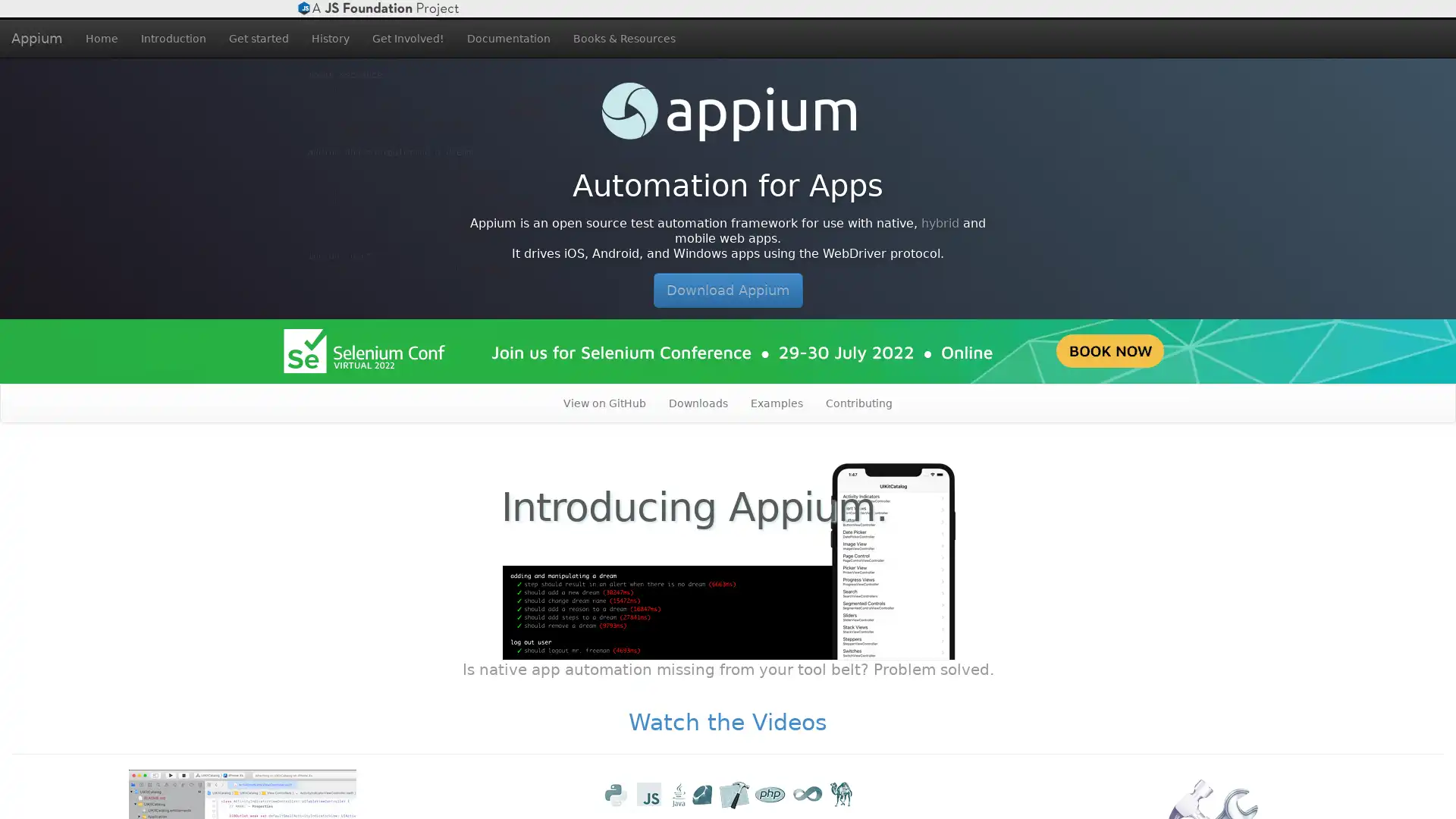 The height and width of the screenshot is (819, 1456). What do you see at coordinates (726, 290) in the screenshot?
I see `Download Appium` at bounding box center [726, 290].